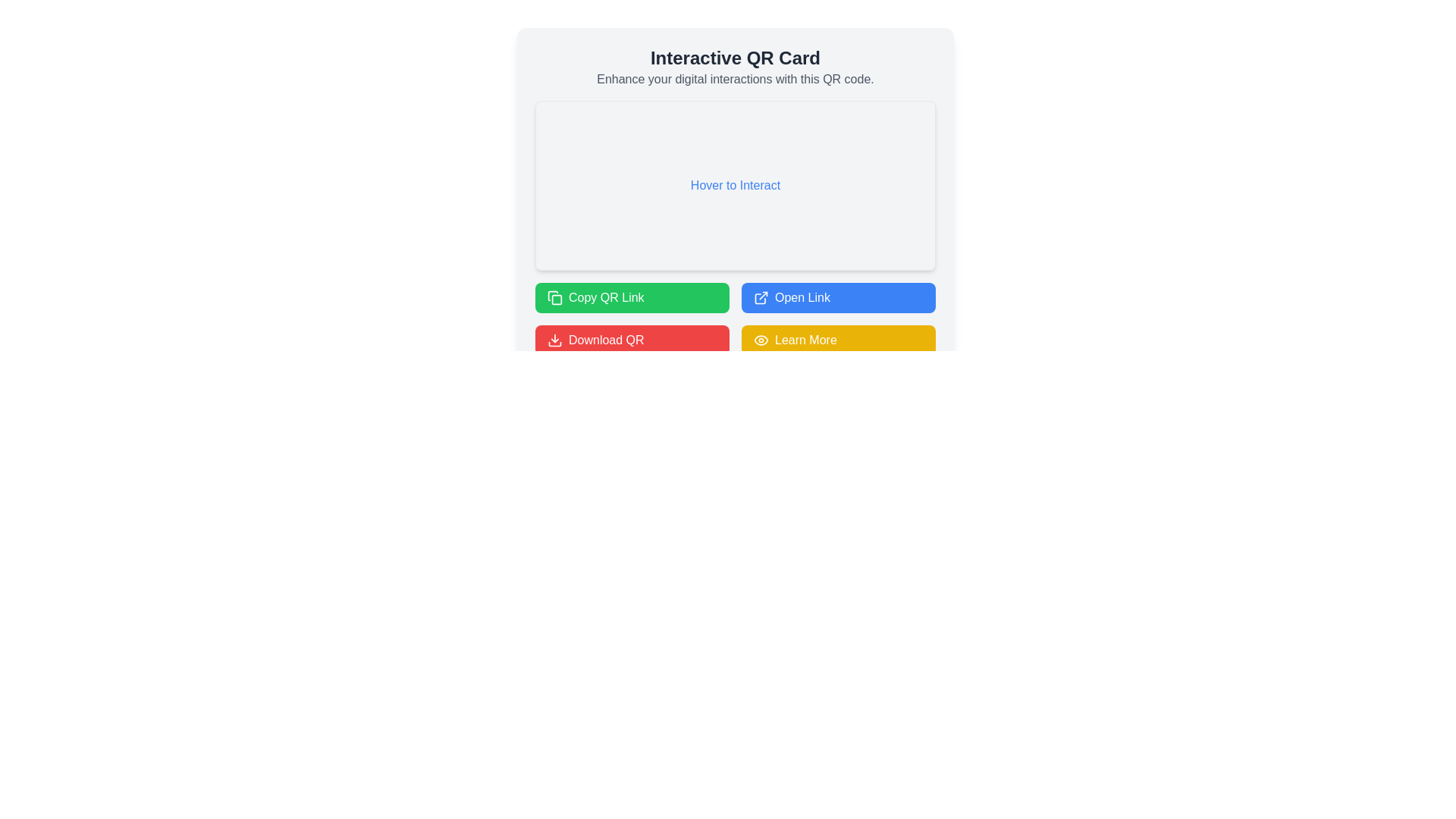  What do you see at coordinates (554, 339) in the screenshot?
I see `the download arrow icon inside the red 'Download QR' button` at bounding box center [554, 339].